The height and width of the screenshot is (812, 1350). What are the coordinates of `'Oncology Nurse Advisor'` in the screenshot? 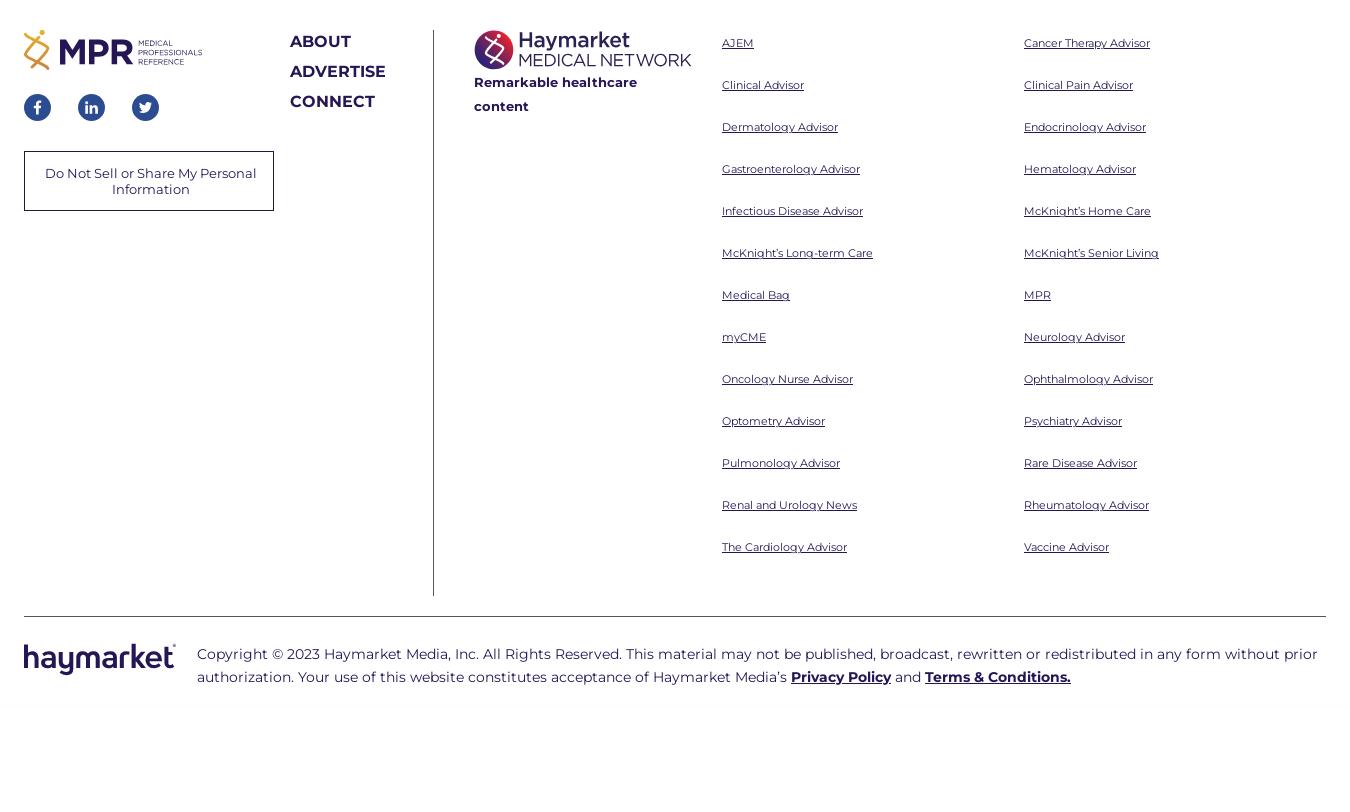 It's located at (786, 107).